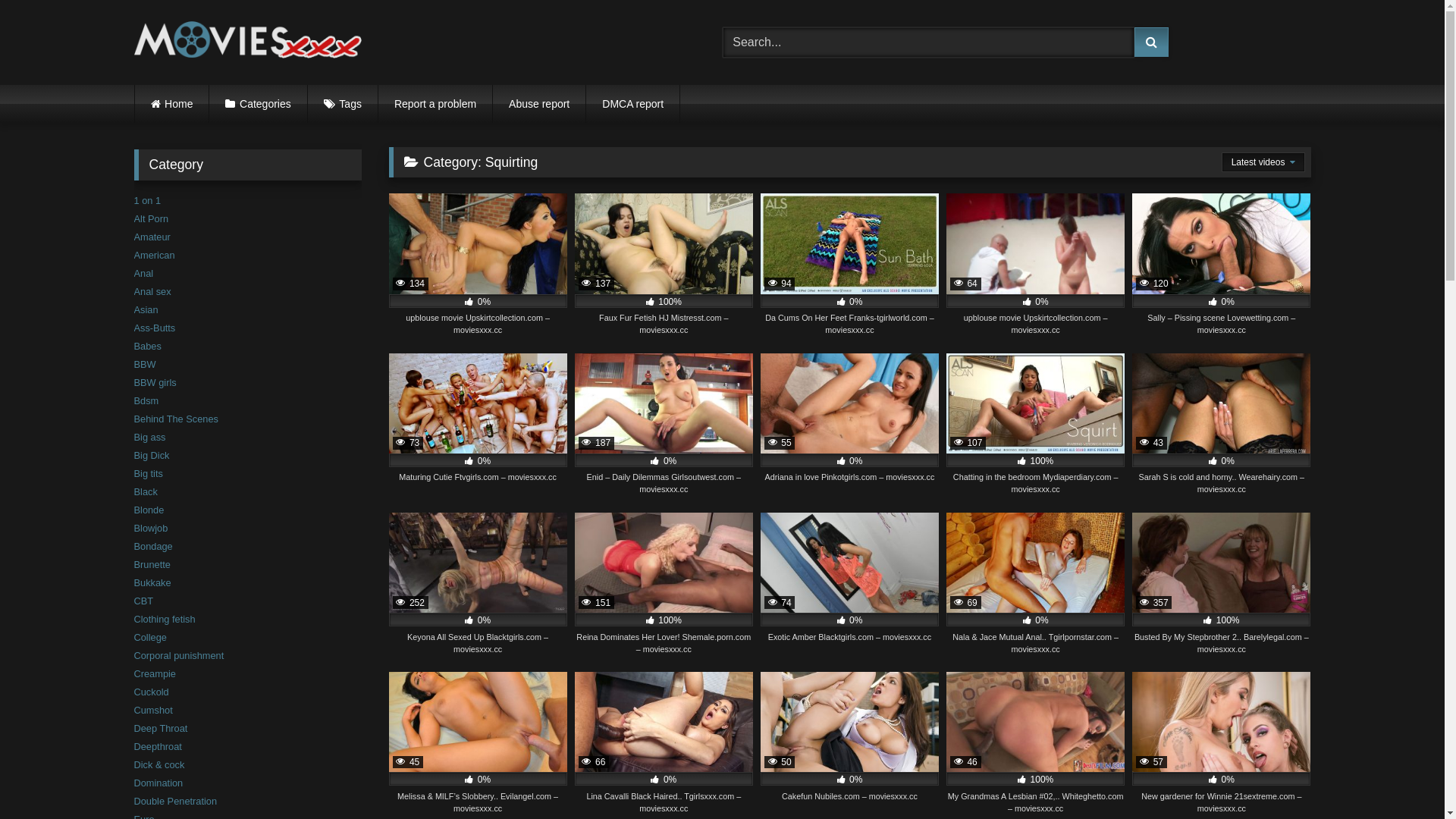  What do you see at coordinates (146, 199) in the screenshot?
I see `'1 on 1'` at bounding box center [146, 199].